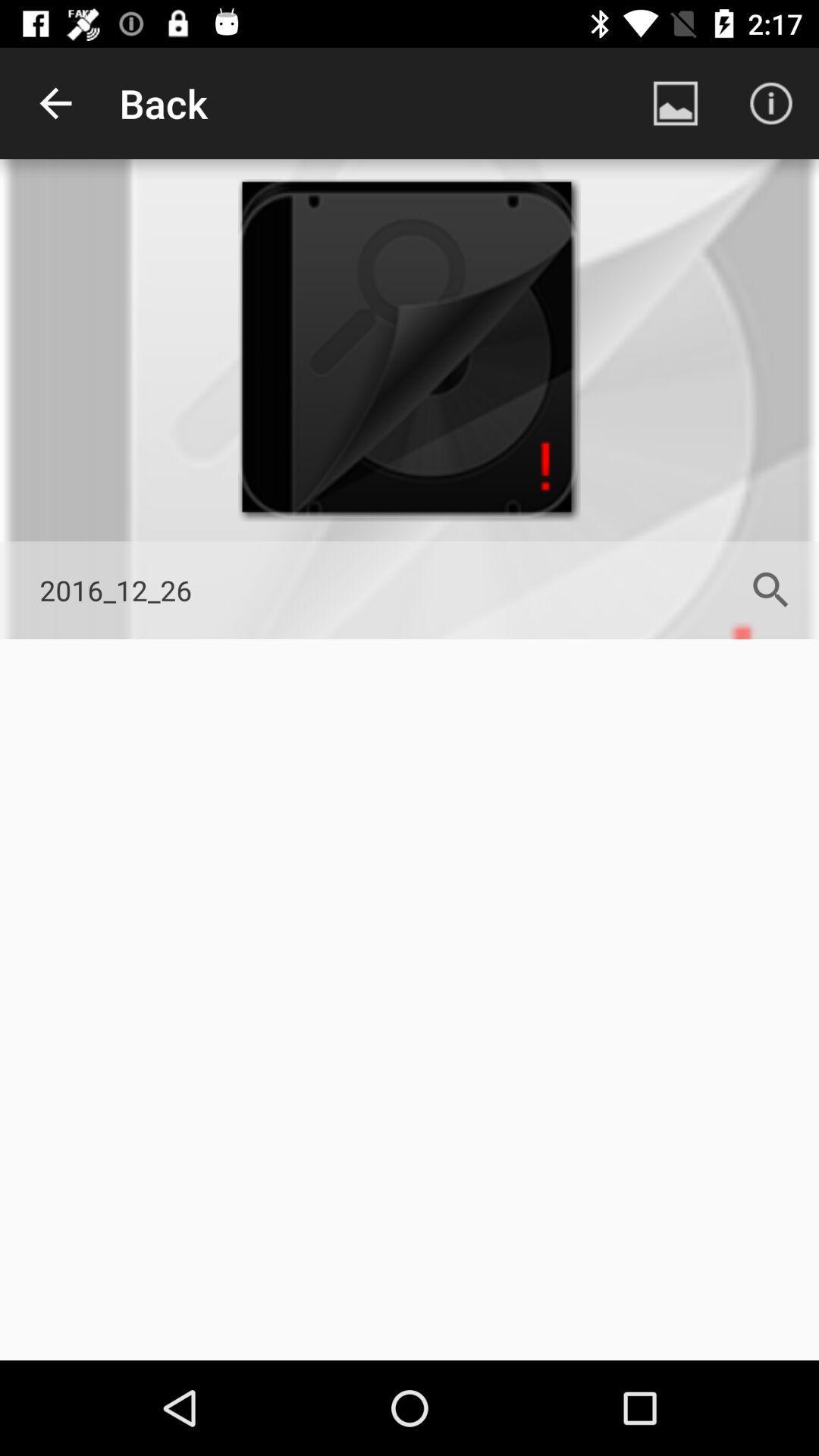  Describe the element at coordinates (771, 589) in the screenshot. I see `the search icon` at that location.